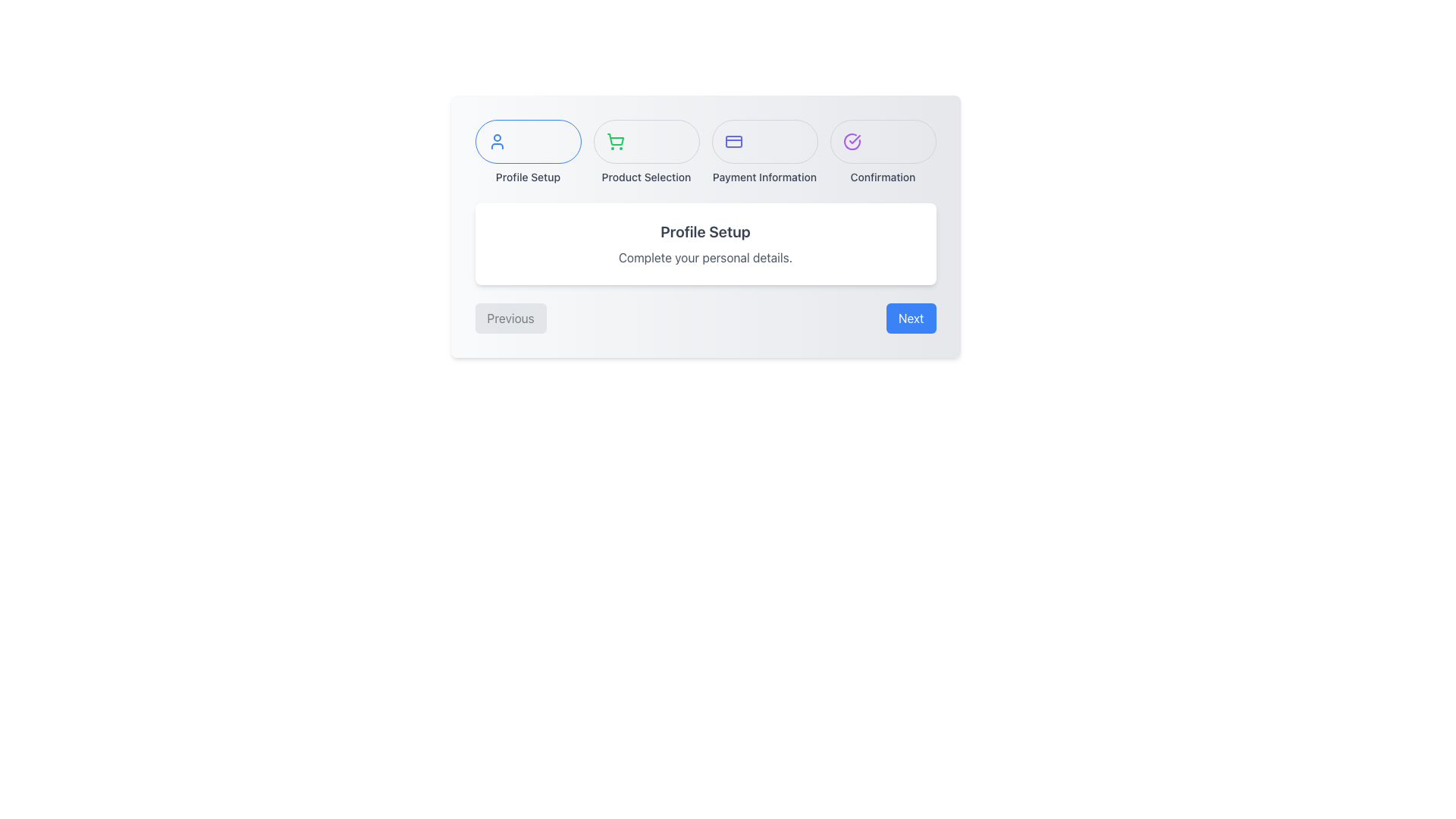  What do you see at coordinates (852, 141) in the screenshot?
I see `the confirmation icon located in the header section of the multi-step process interface` at bounding box center [852, 141].